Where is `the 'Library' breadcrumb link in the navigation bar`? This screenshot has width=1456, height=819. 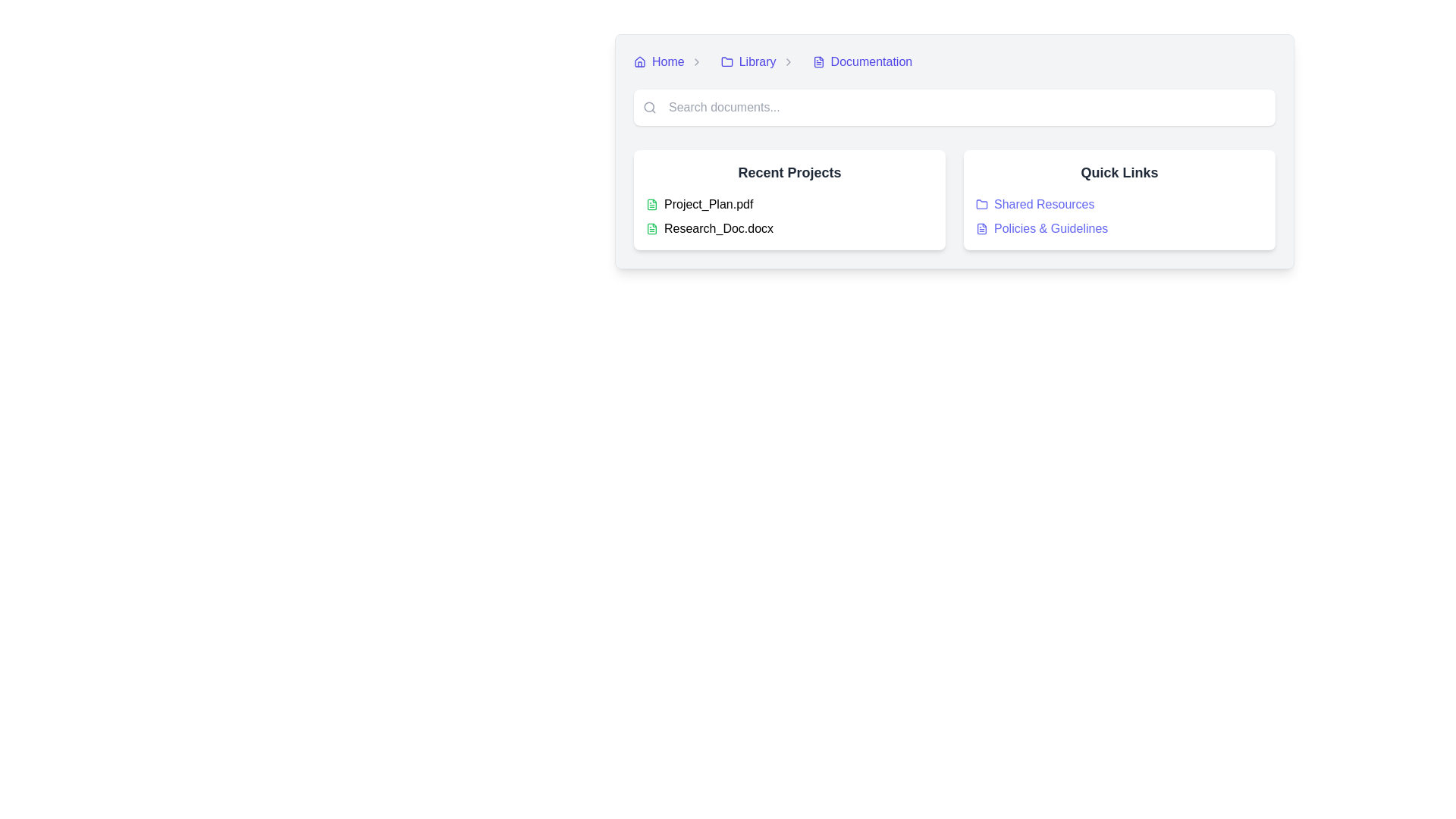 the 'Library' breadcrumb link in the navigation bar is located at coordinates (761, 61).